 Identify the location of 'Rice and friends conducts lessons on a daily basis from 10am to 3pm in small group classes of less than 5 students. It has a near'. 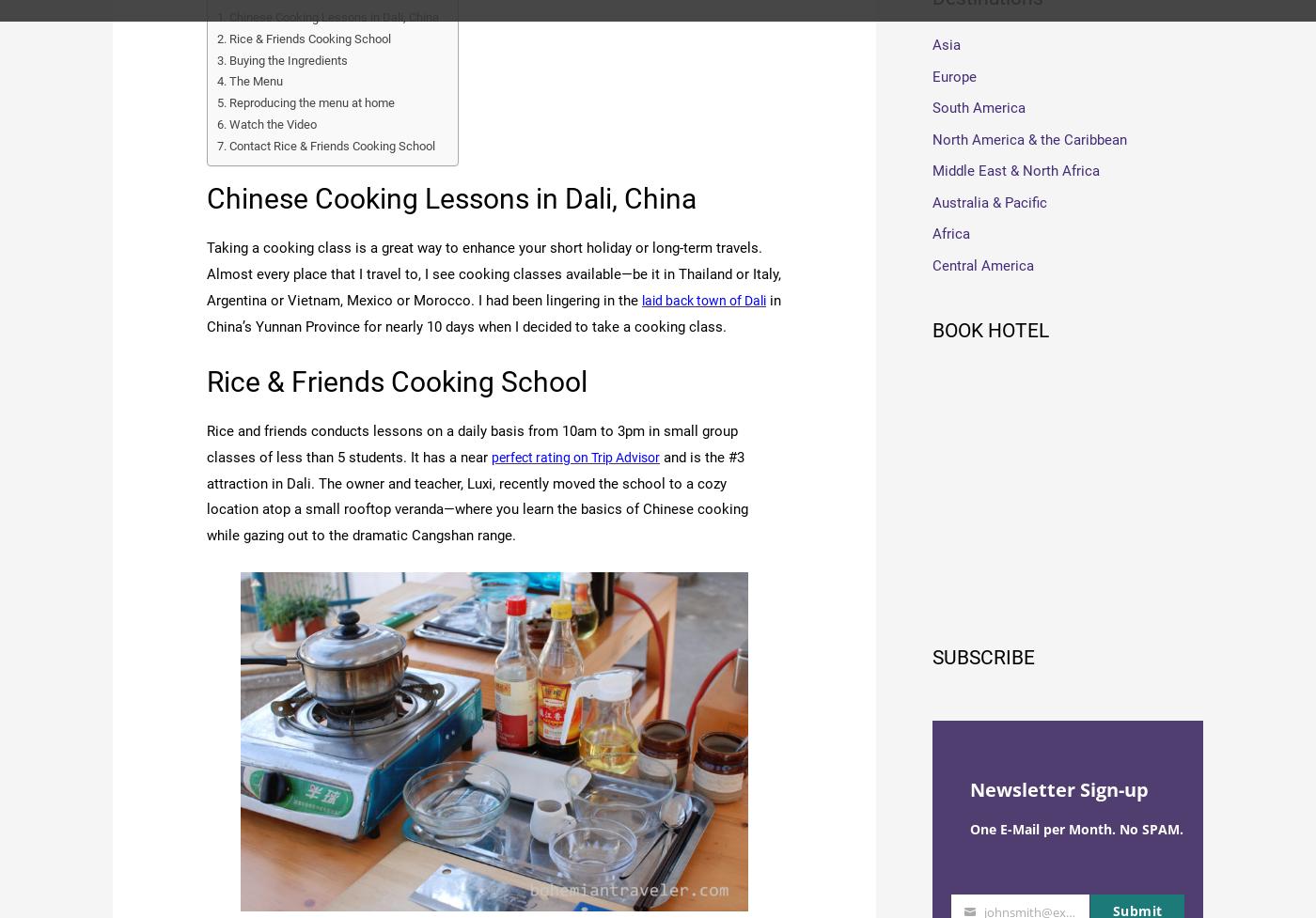
(472, 443).